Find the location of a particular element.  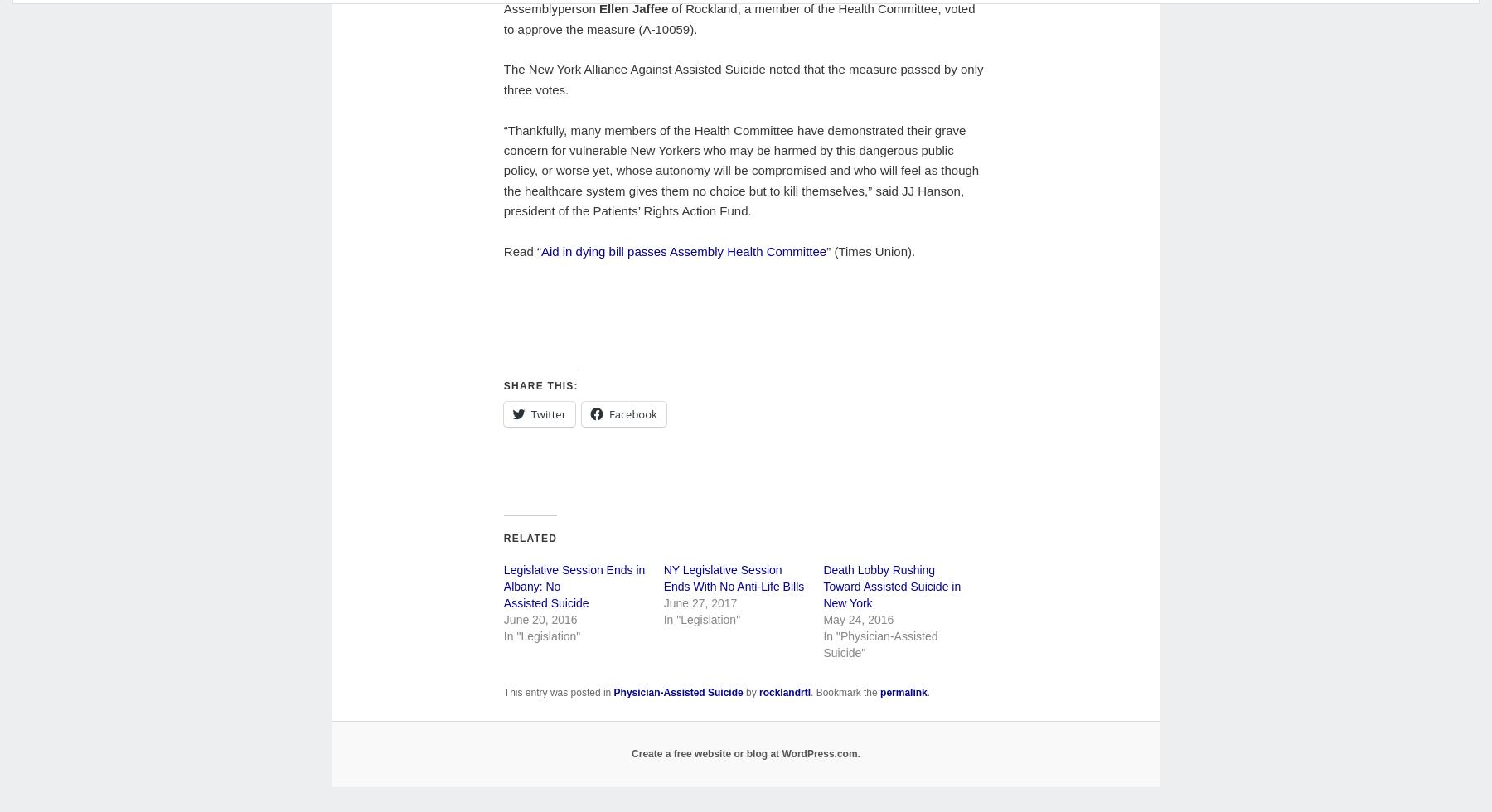

'rocklandrtl' is located at coordinates (783, 693).